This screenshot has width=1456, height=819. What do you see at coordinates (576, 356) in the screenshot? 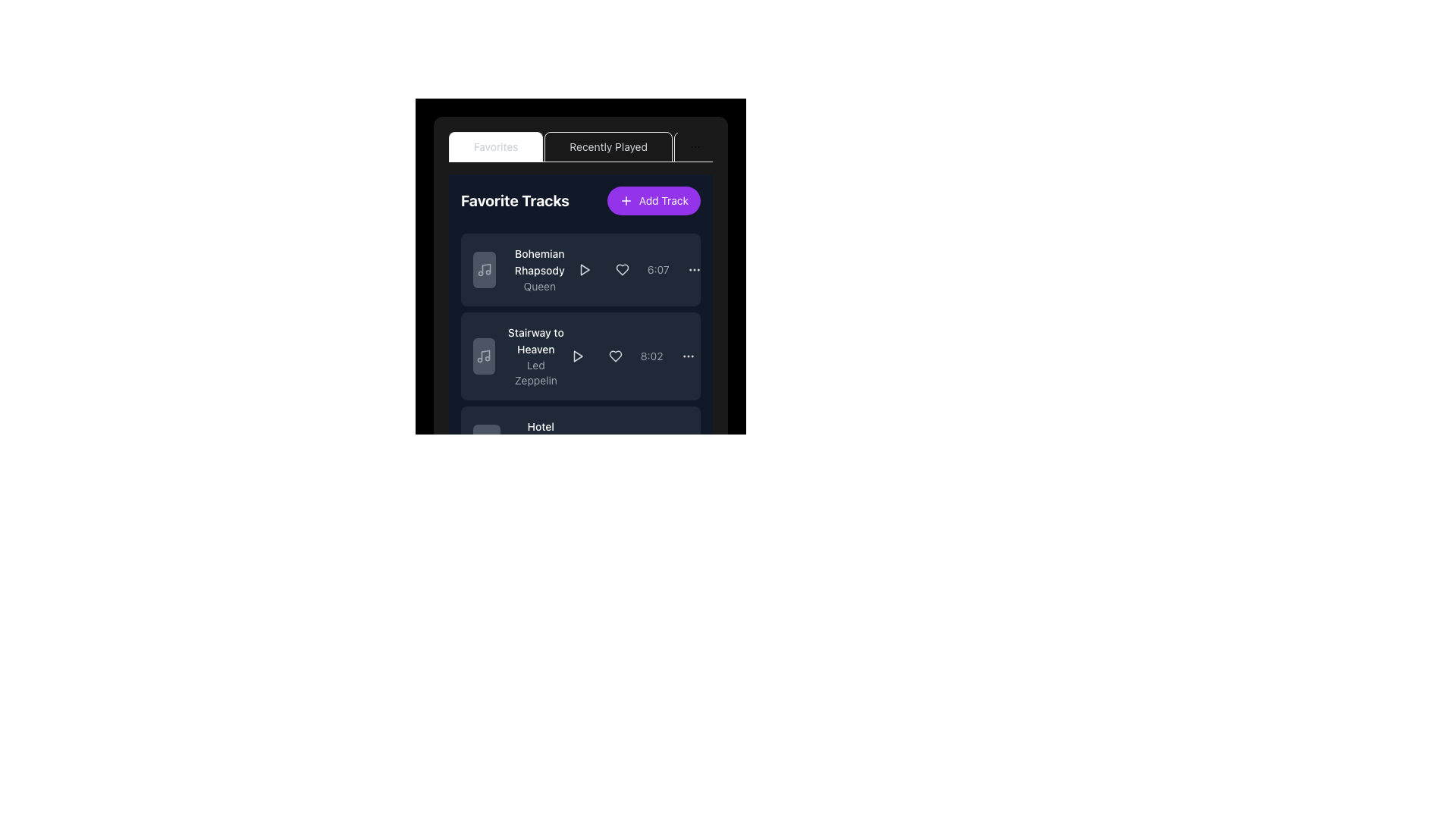
I see `the triangular play button on the dark background to play the song 'Stairway to Heaven' with a duration of '8:02'` at bounding box center [576, 356].